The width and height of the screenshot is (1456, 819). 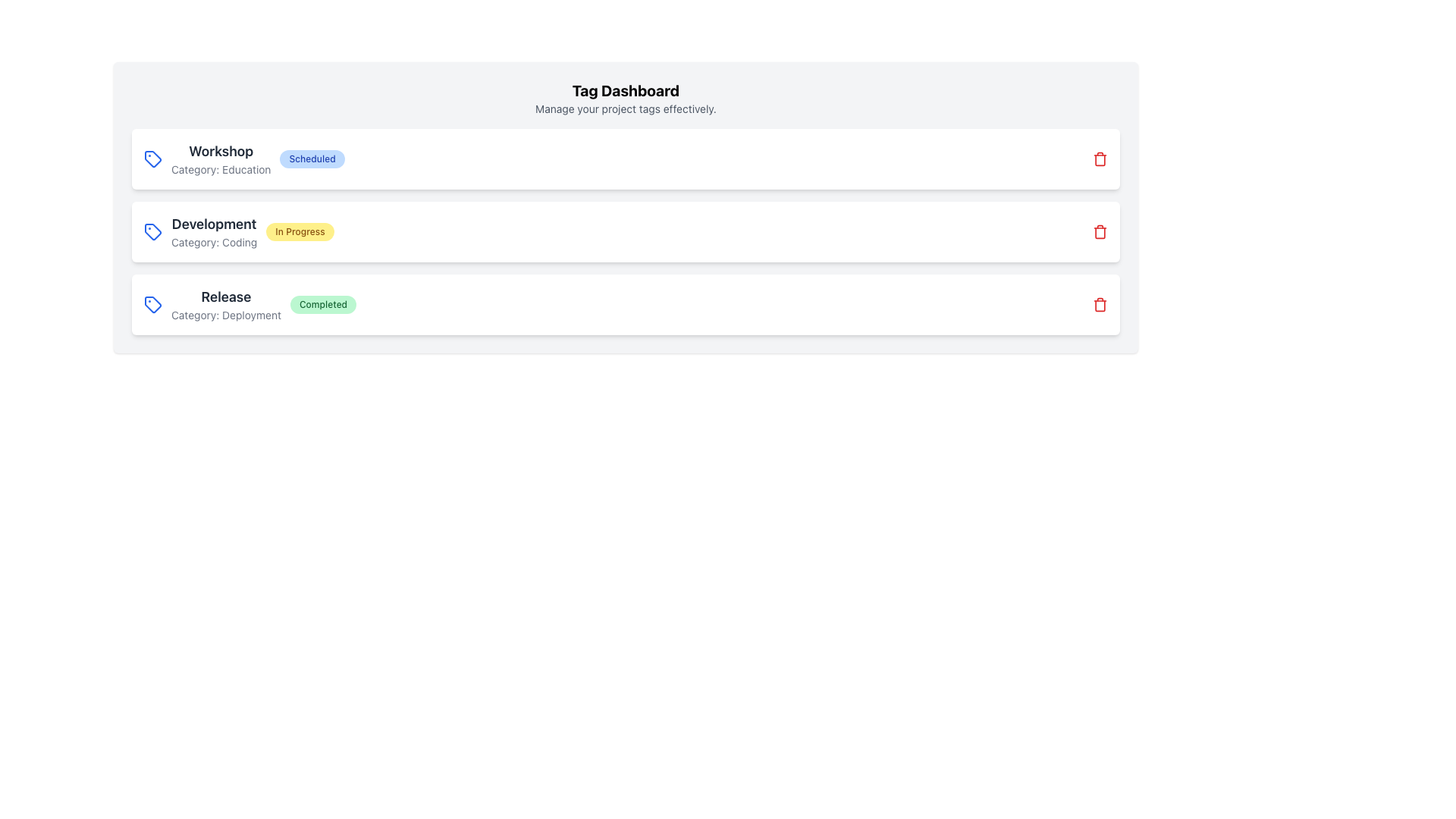 I want to click on the stylized trash can icon located in the 'Release' row, so click(x=1100, y=233).